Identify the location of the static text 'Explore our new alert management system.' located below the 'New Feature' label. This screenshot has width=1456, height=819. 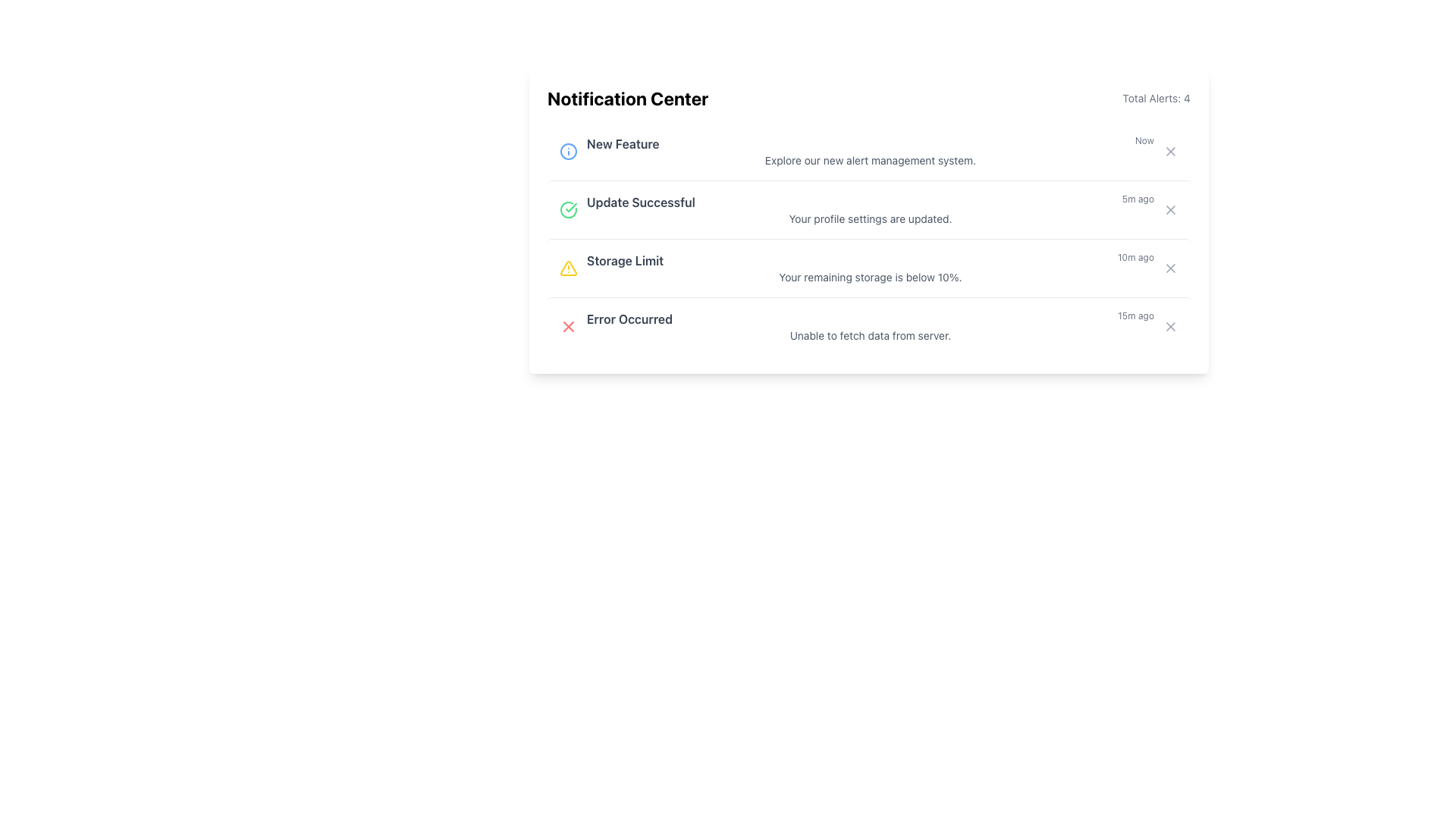
(870, 161).